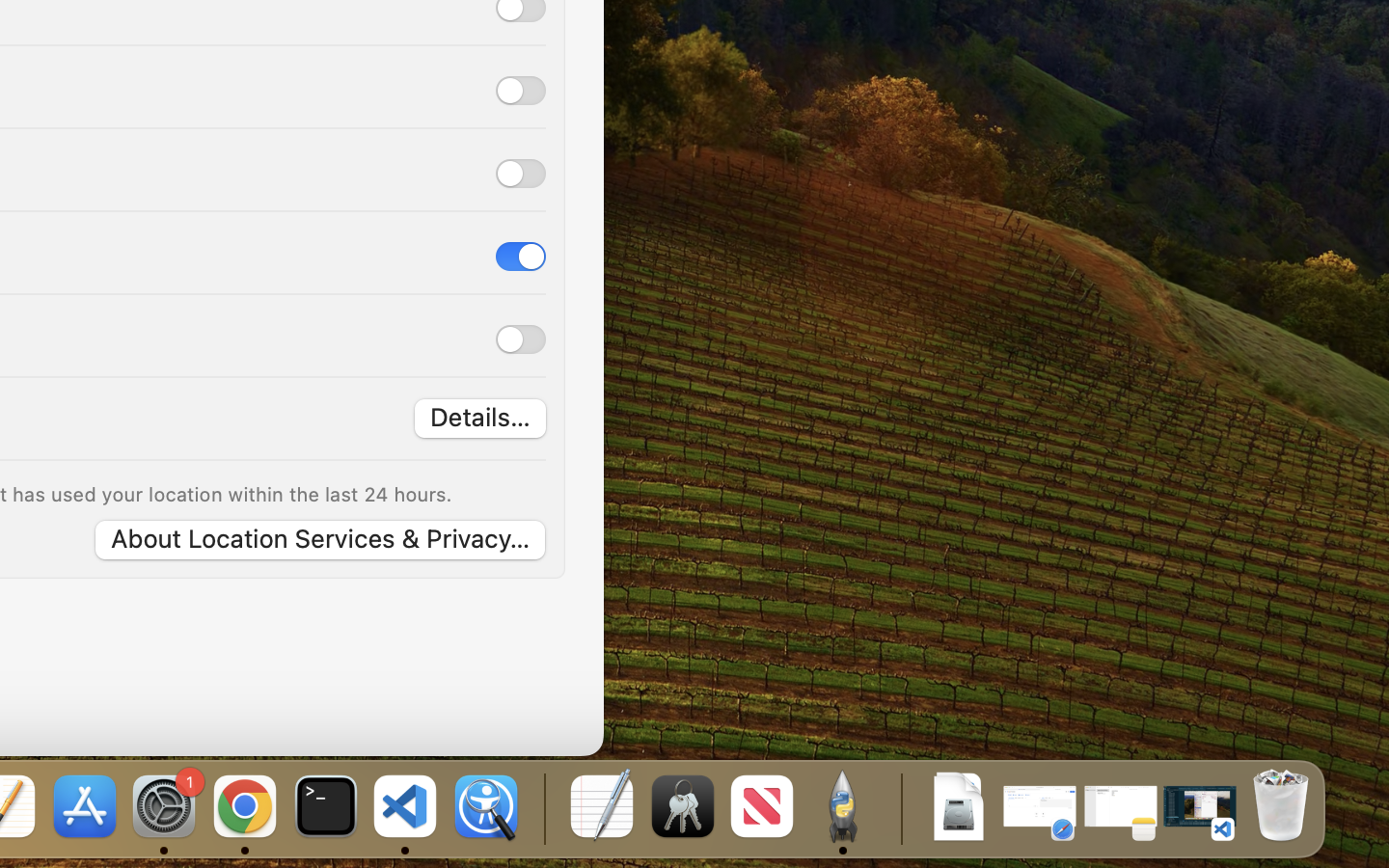  What do you see at coordinates (542, 807) in the screenshot?
I see `'0.4285714328289032'` at bounding box center [542, 807].